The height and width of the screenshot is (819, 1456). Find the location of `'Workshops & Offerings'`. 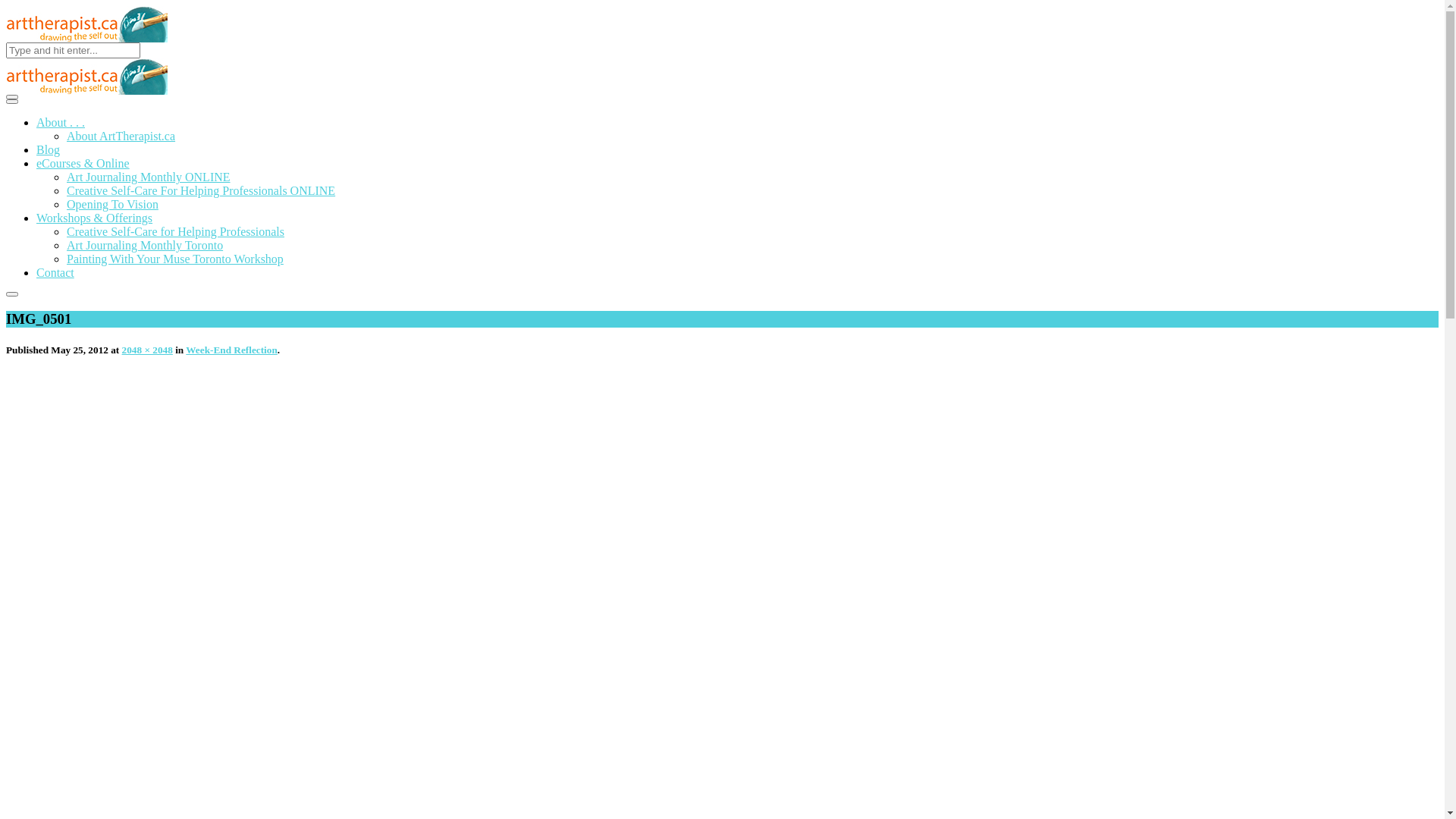

'Workshops & Offerings' is located at coordinates (93, 218).